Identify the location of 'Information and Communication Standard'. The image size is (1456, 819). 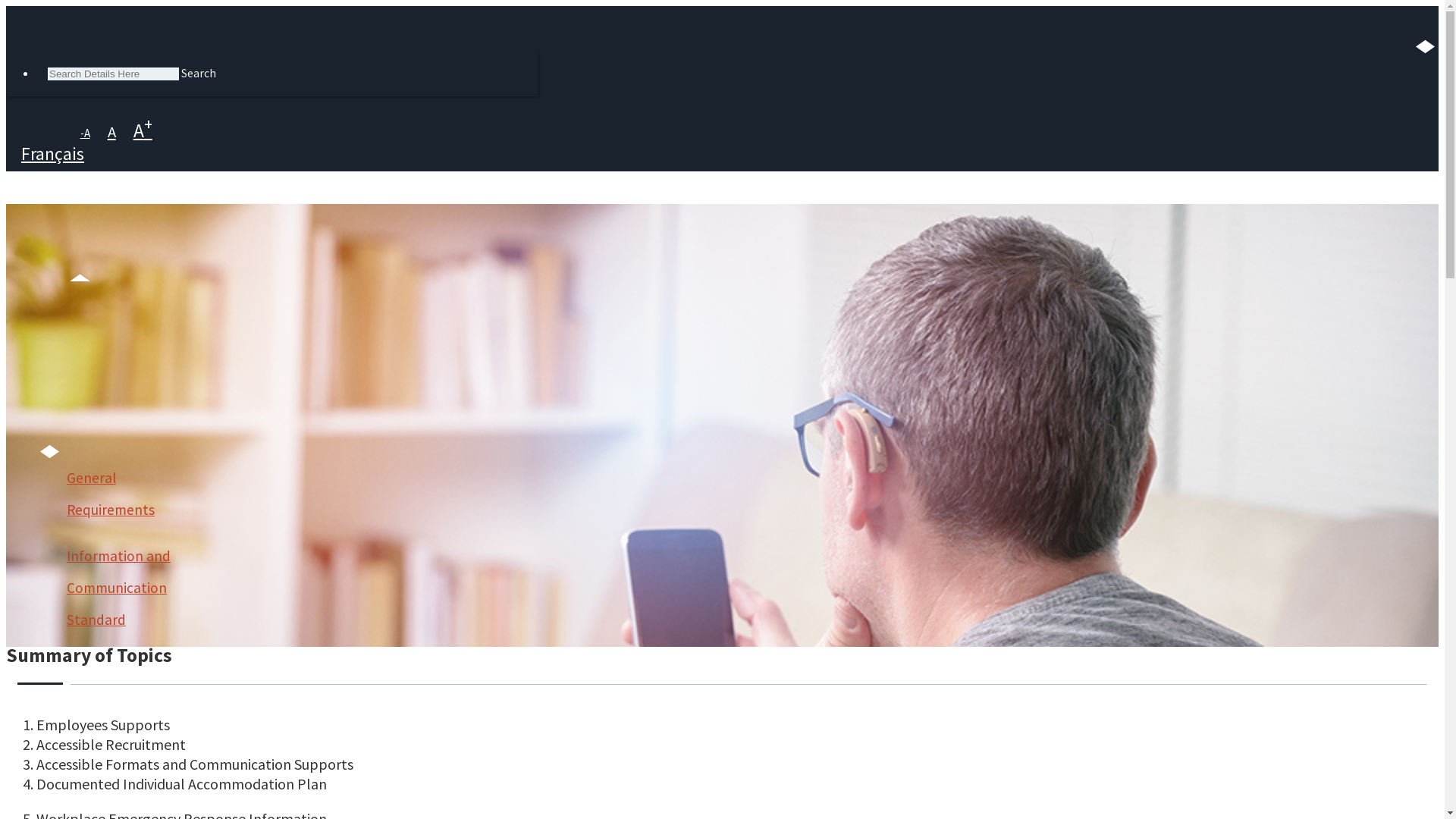
(65, 587).